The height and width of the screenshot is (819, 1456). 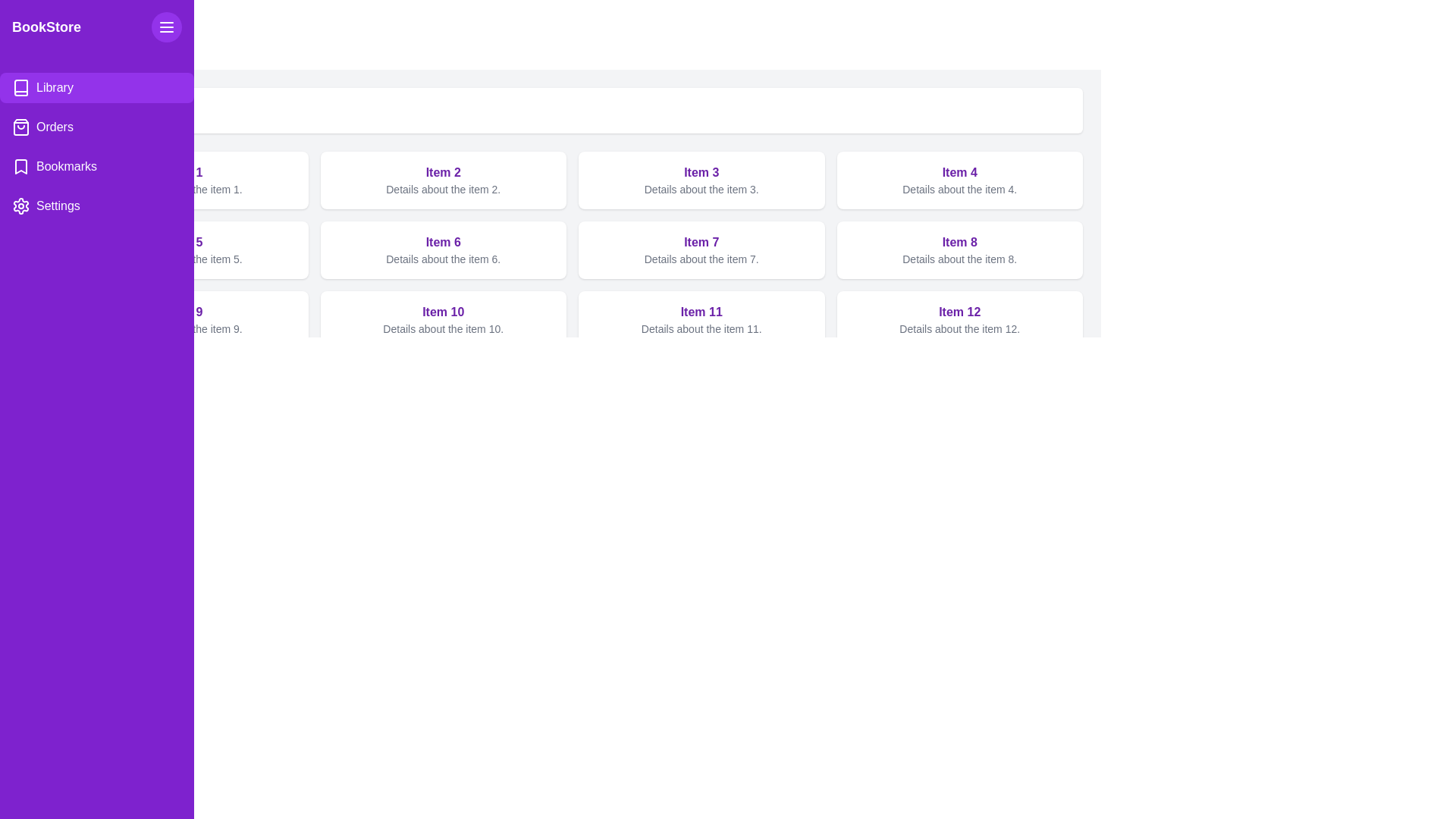 I want to click on the text label that serves as a title or heading for the card element indicating the item's name, located in the second row and fourth column of the grid, so click(x=959, y=171).